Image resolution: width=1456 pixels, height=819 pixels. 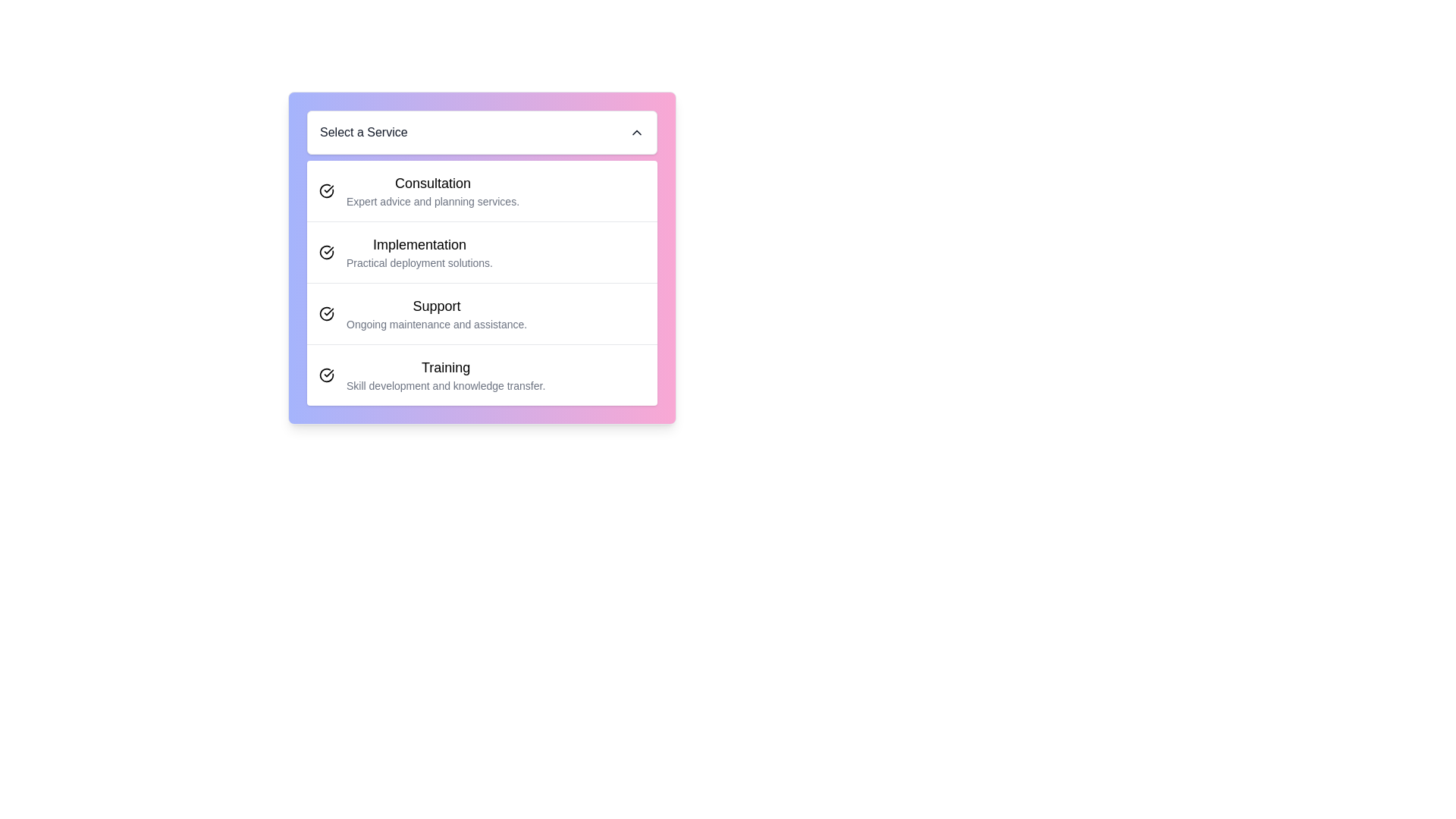 I want to click on text displayed in the textual component titled 'Consultation', which includes the subtitle 'Expert advice and planning services.', so click(x=432, y=190).